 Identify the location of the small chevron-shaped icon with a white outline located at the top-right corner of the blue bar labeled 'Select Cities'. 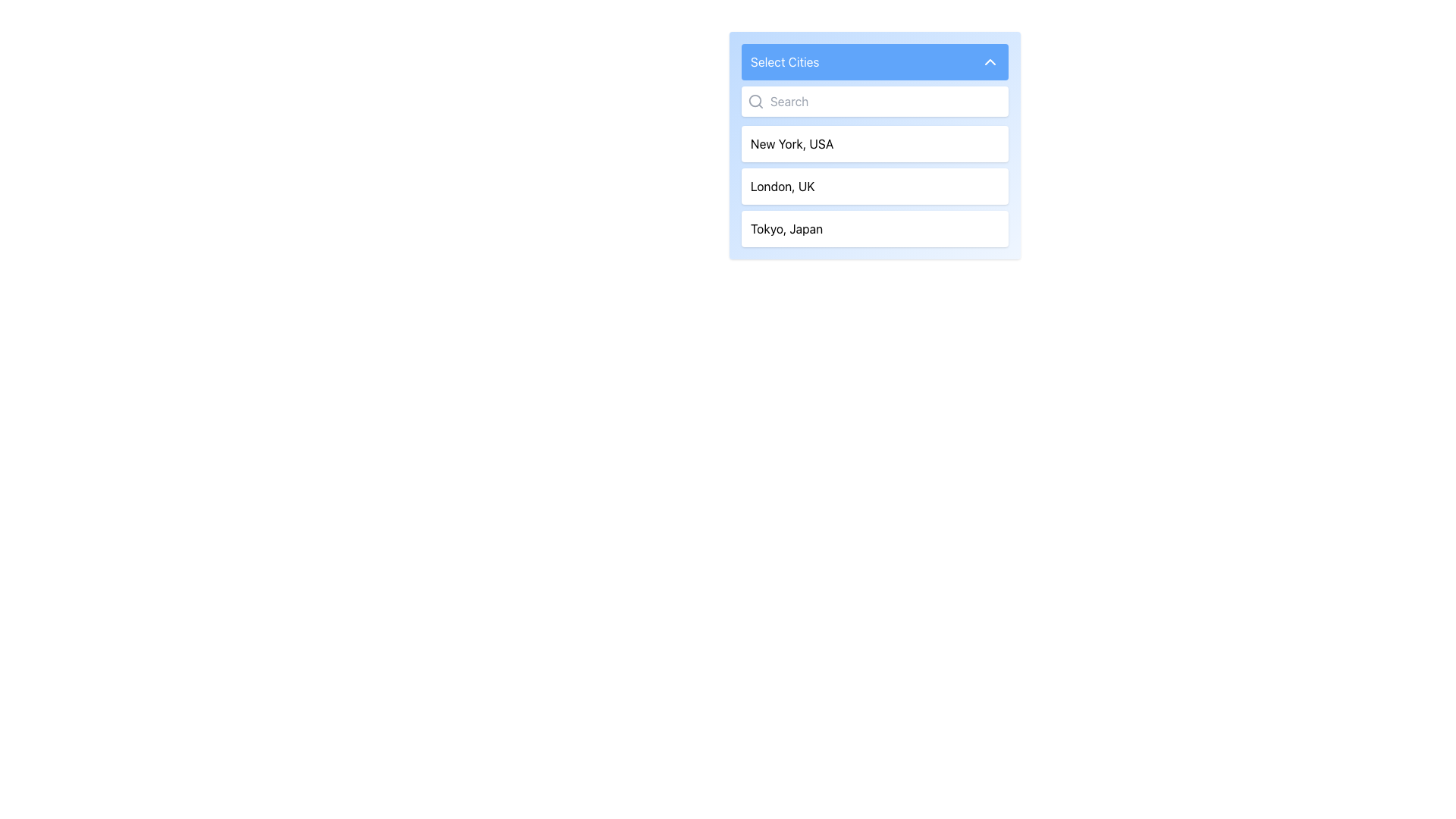
(990, 61).